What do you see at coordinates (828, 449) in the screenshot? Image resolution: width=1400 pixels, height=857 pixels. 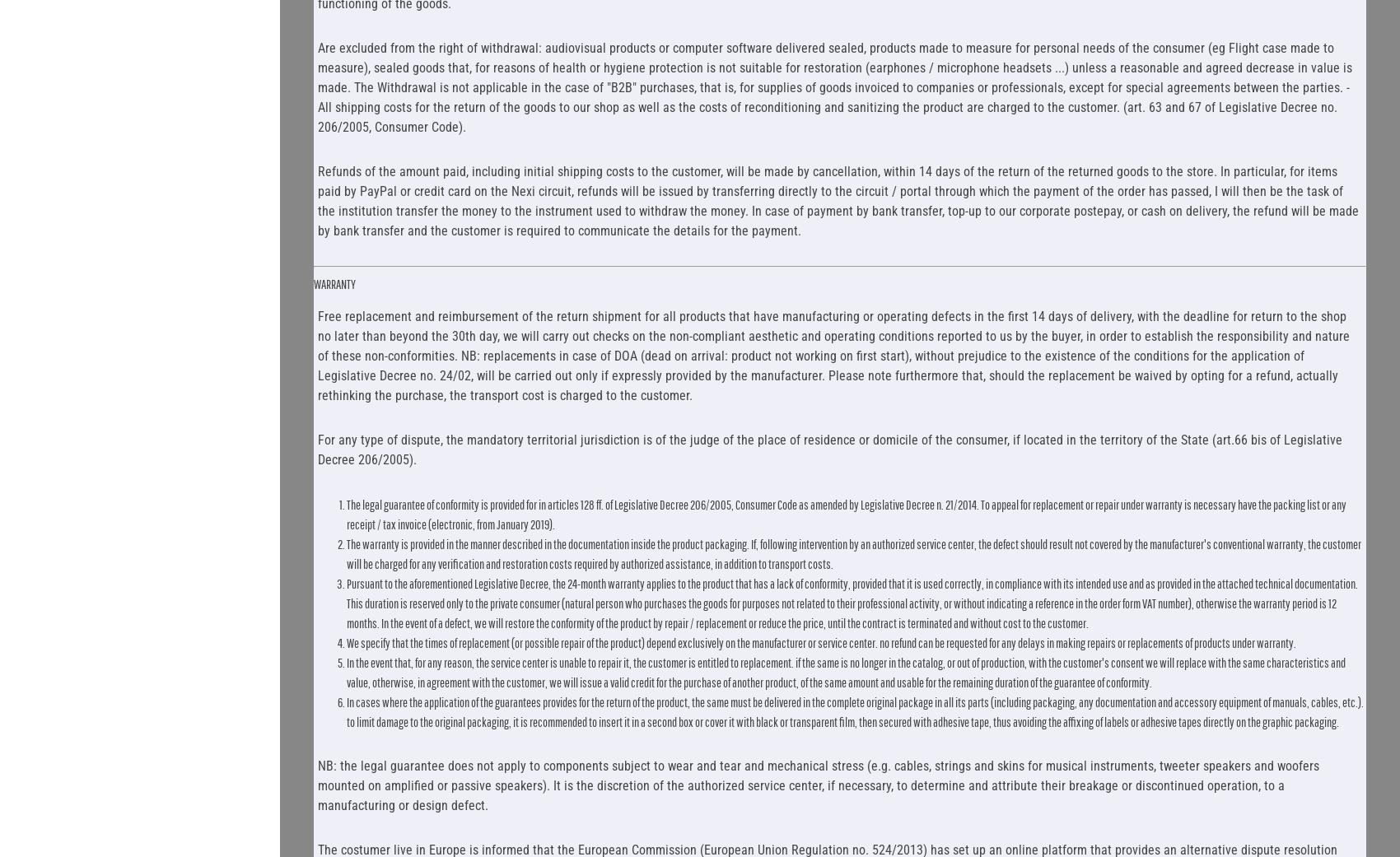 I see `'For any type of dispute, the mandatory territorial jurisdiction is of the judge of the place of residence or domicile of the consumer, if located in the territory of the State (art.66 bis of Legislative Decree 206/2005).'` at bounding box center [828, 449].